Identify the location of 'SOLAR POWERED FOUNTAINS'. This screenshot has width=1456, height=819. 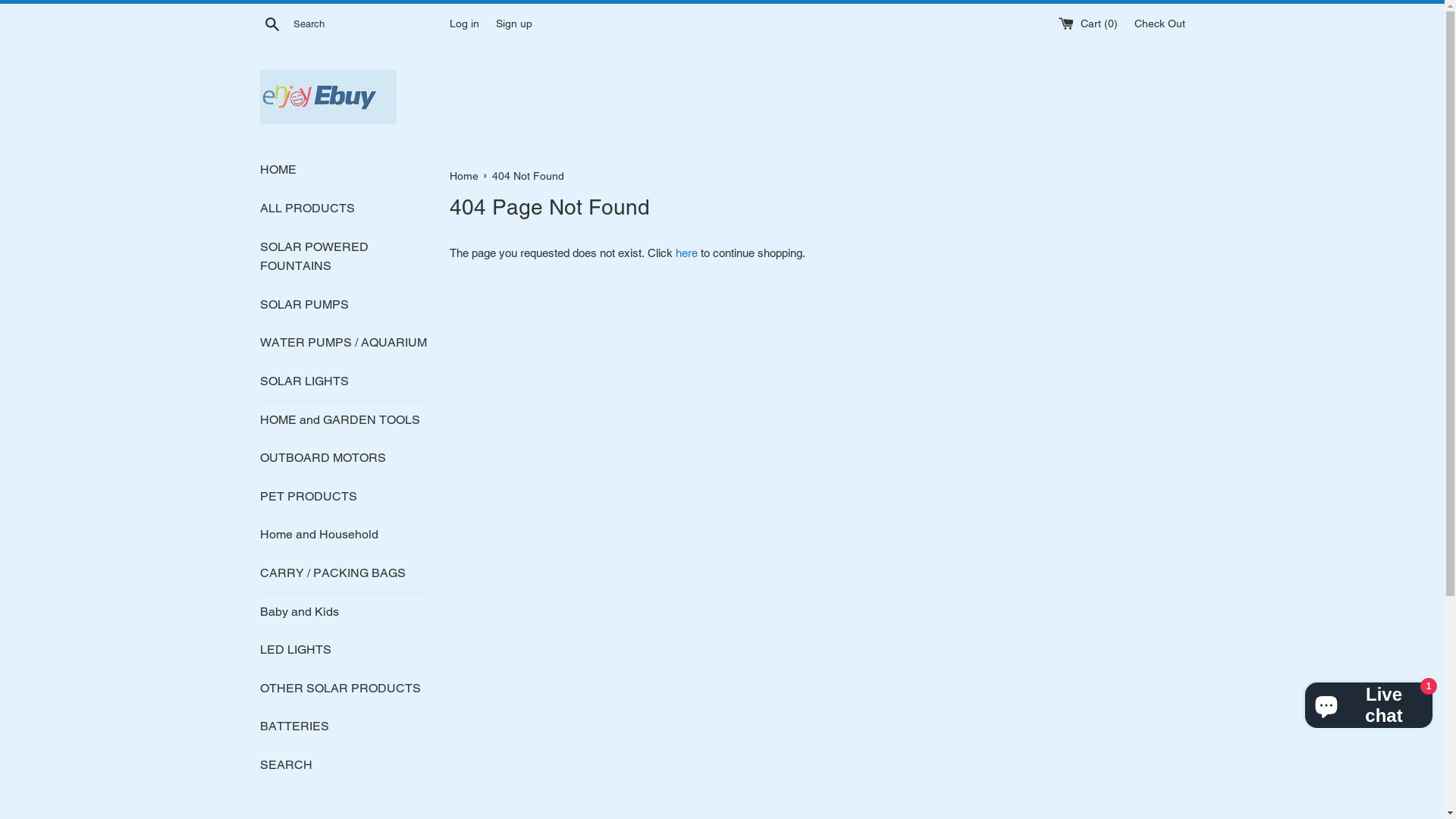
(341, 256).